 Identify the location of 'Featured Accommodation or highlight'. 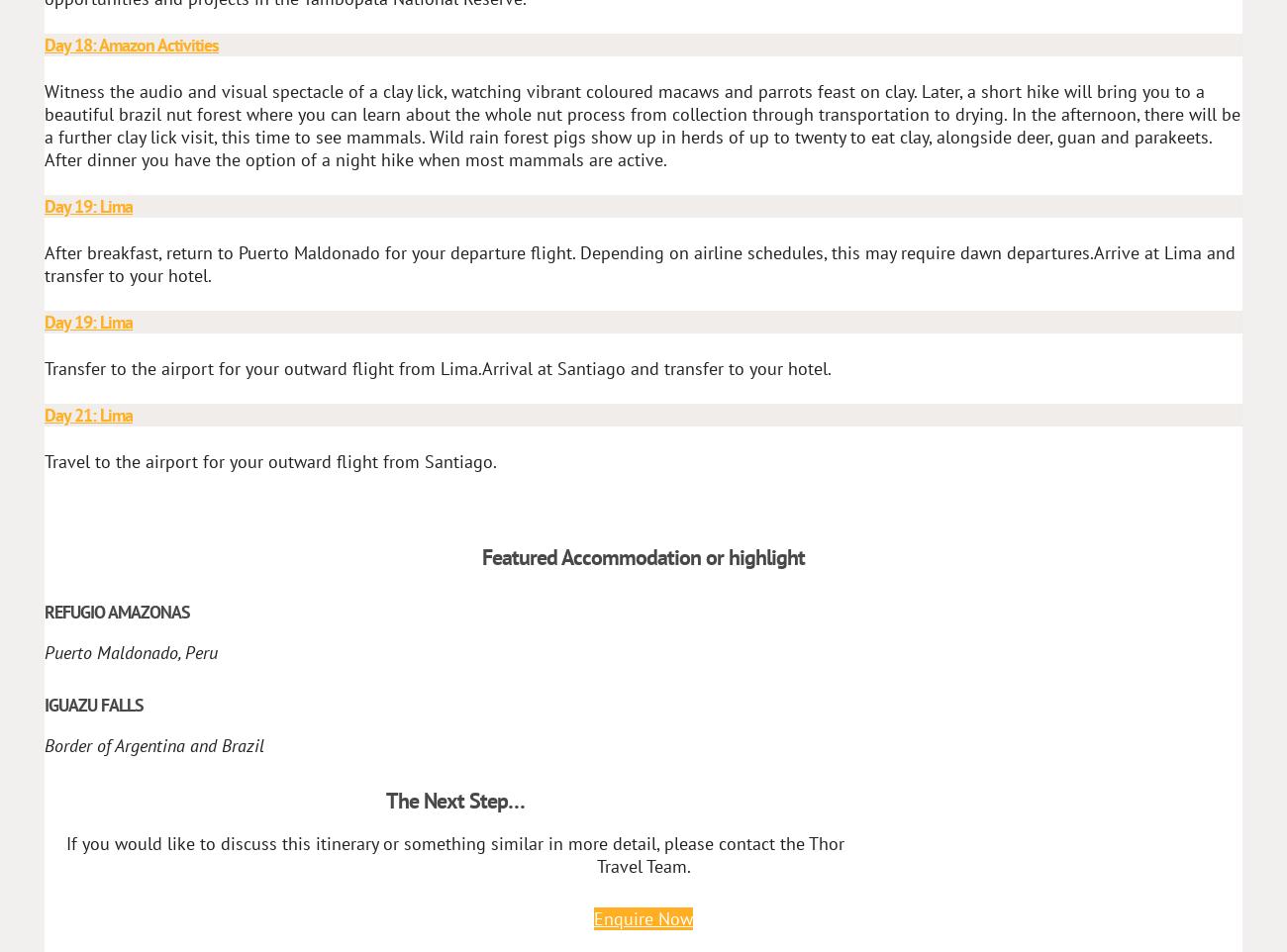
(480, 556).